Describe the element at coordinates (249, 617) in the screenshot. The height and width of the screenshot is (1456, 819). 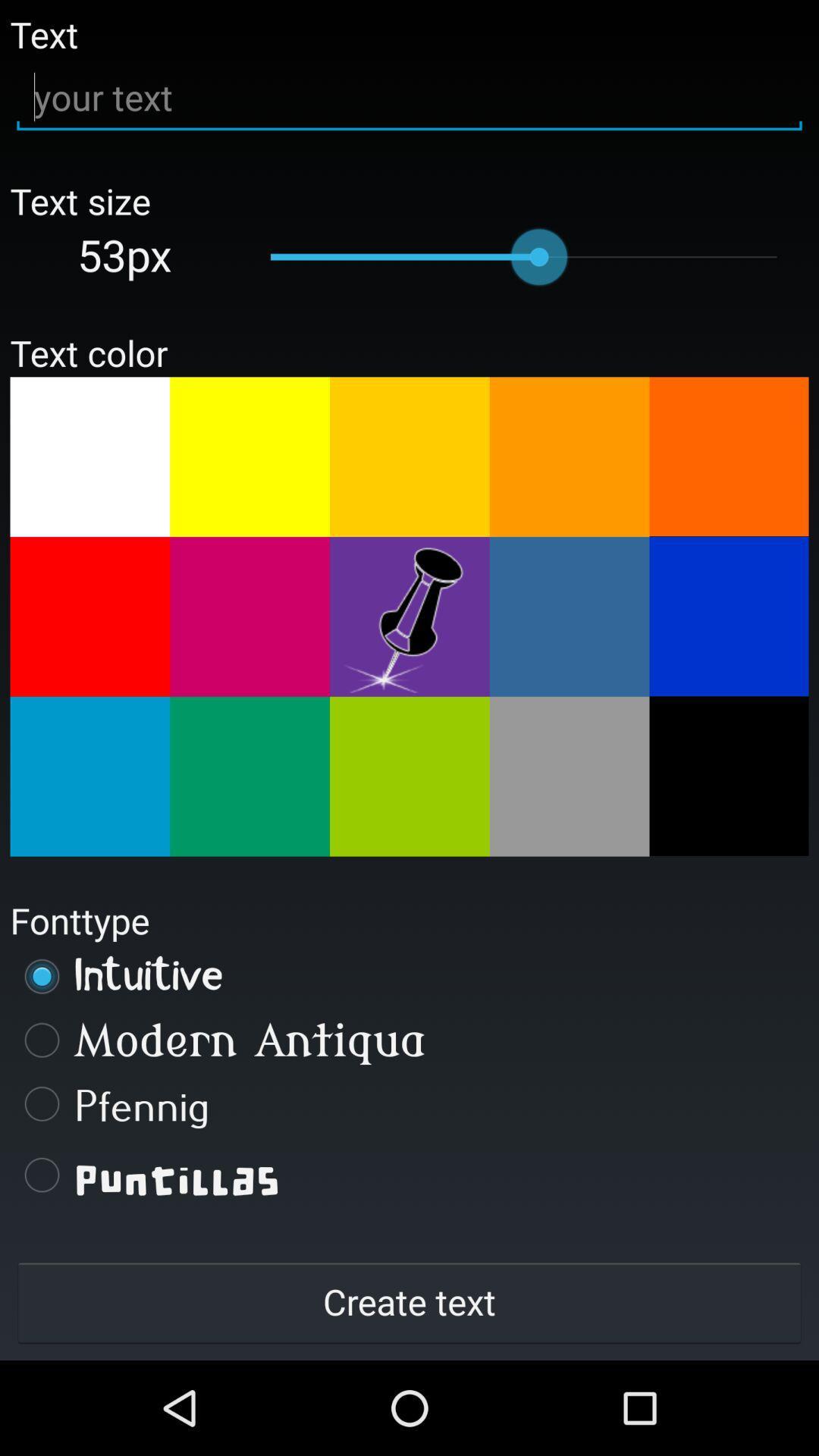
I see `magenta color` at that location.